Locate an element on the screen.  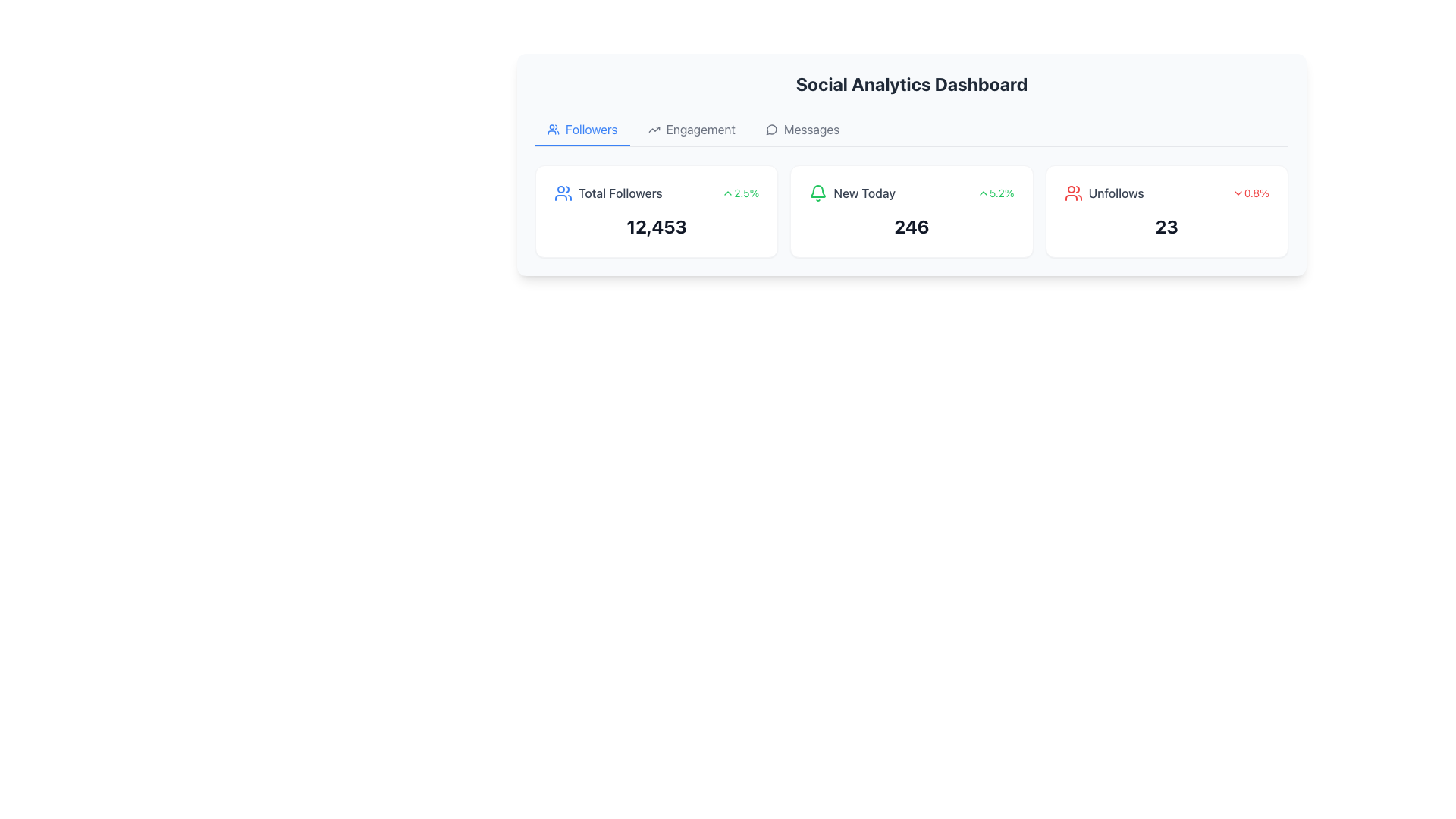
text value displayed at the bottom right of the 'Unfollows' card, which shows the total number of unfollow actions recorded is located at coordinates (1166, 227).